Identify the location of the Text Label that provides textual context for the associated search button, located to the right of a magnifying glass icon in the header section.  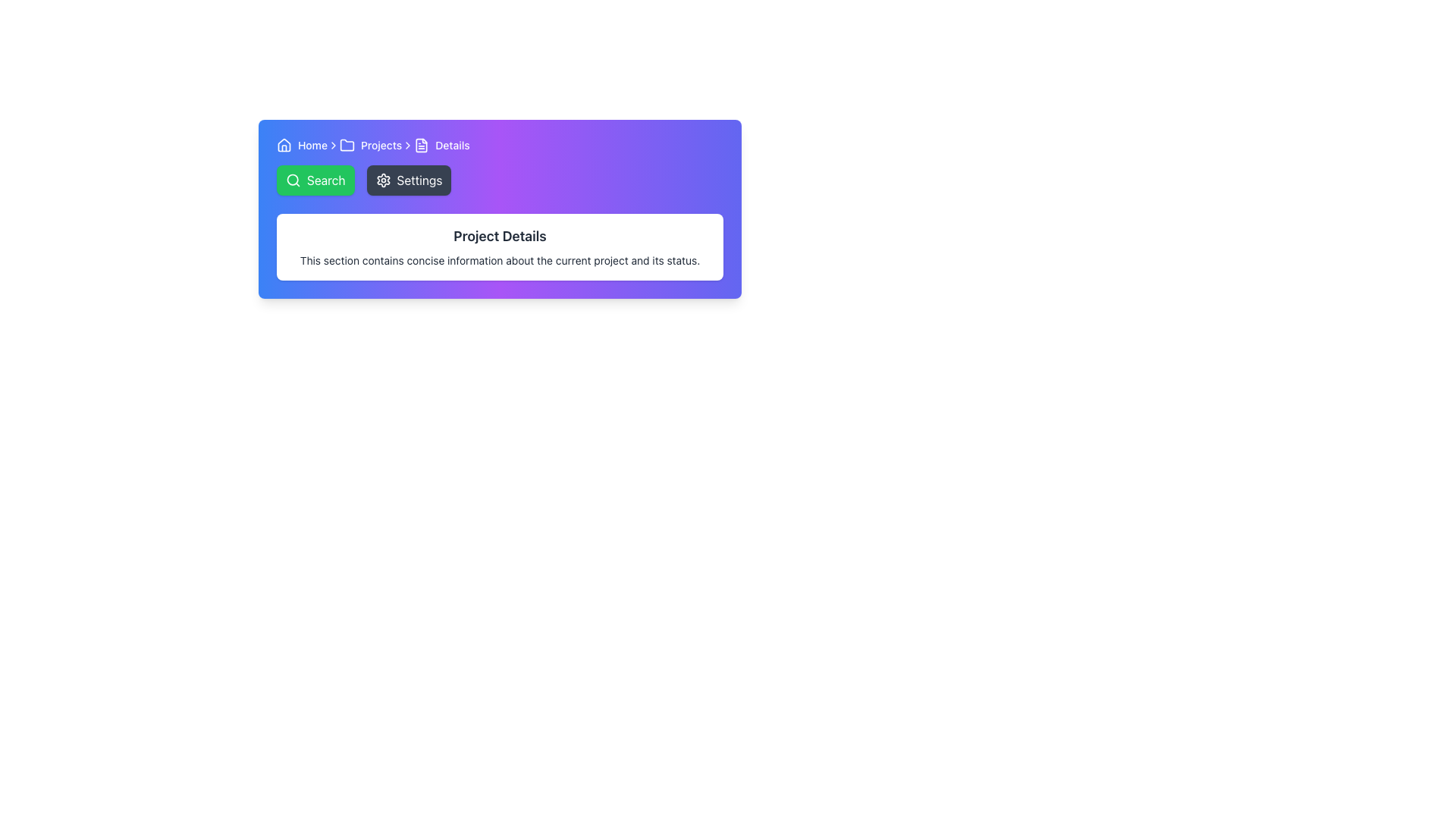
(325, 180).